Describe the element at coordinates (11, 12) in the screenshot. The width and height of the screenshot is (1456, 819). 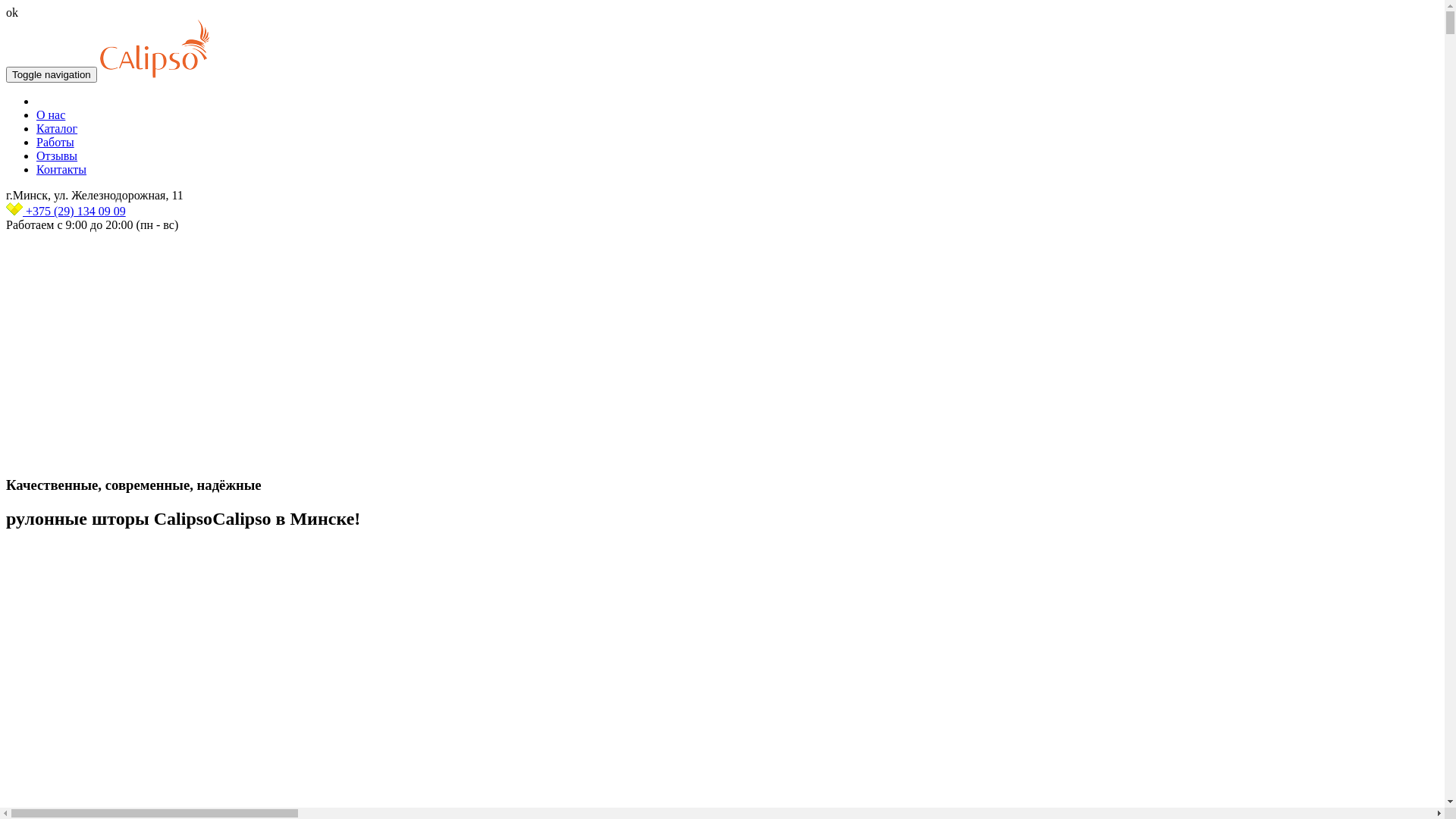
I see `'ok'` at that location.